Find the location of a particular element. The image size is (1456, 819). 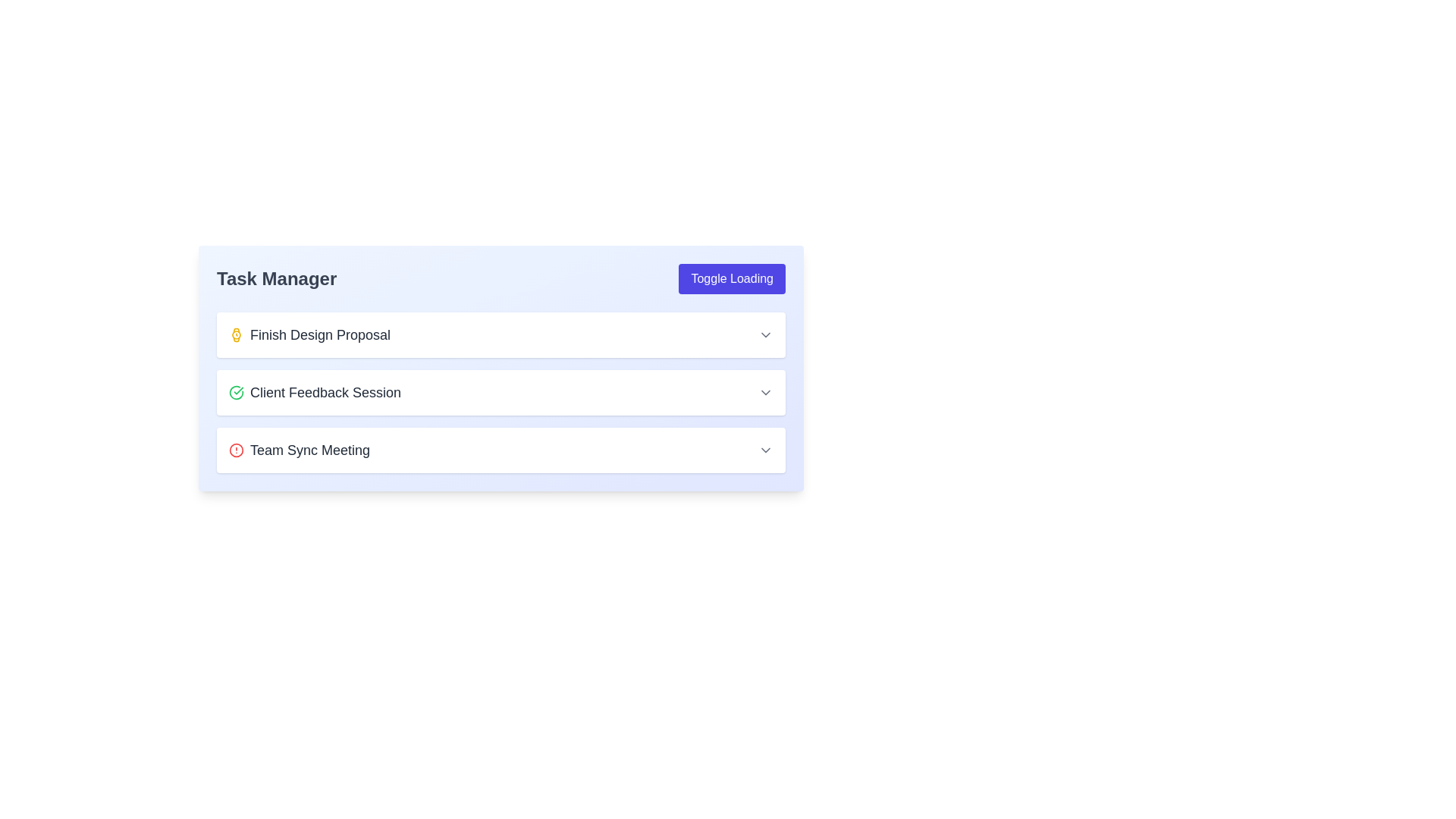

the text label 'Team Sync Meeting' located in the third task entry of the task management interface, adjacent to the alert icon is located at coordinates (309, 450).